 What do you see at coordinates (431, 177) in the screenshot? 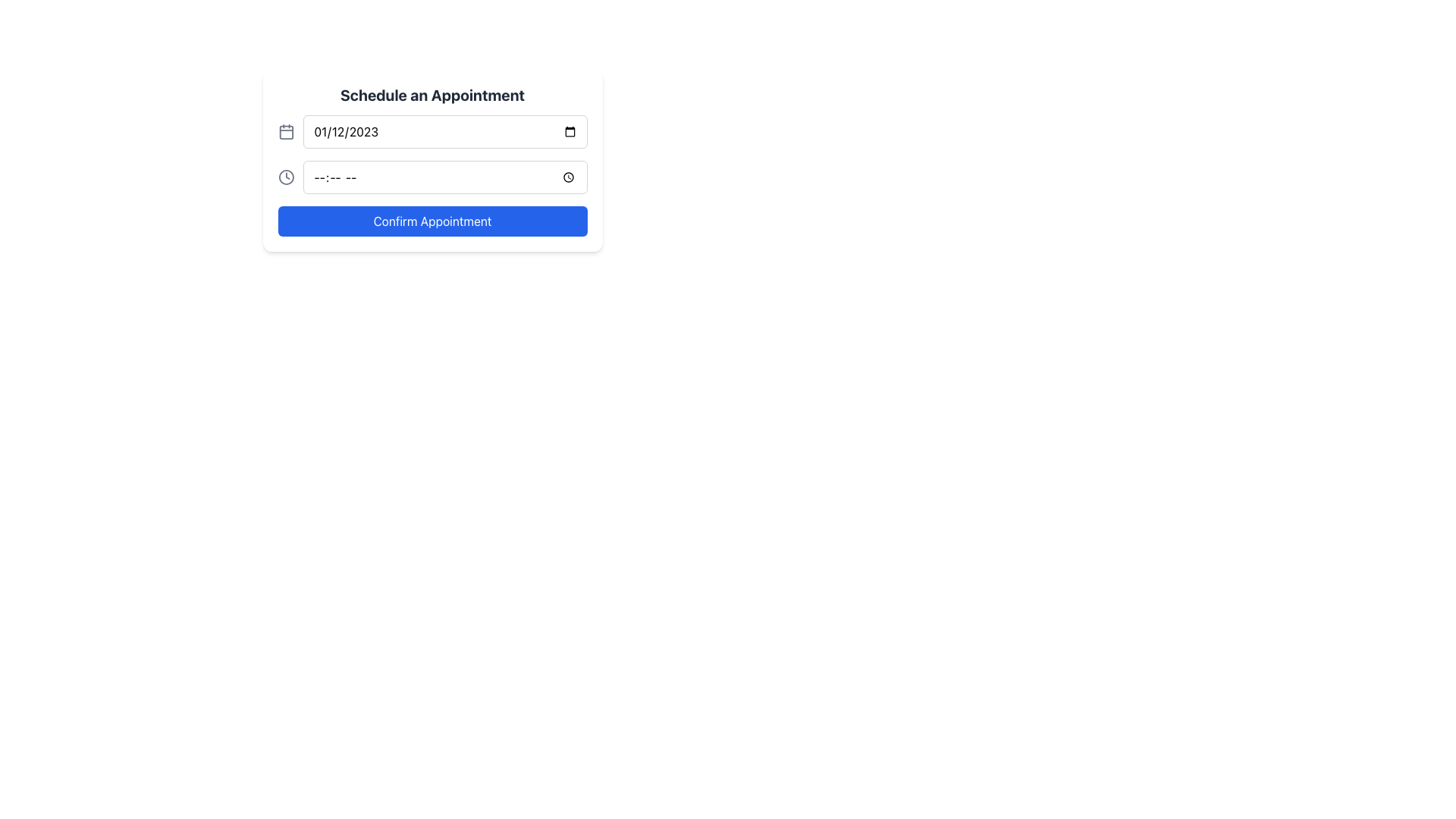
I see `the clock icons associated with the Time input component in the 'Schedule an Appointment' form, located below the date picker input` at bounding box center [431, 177].